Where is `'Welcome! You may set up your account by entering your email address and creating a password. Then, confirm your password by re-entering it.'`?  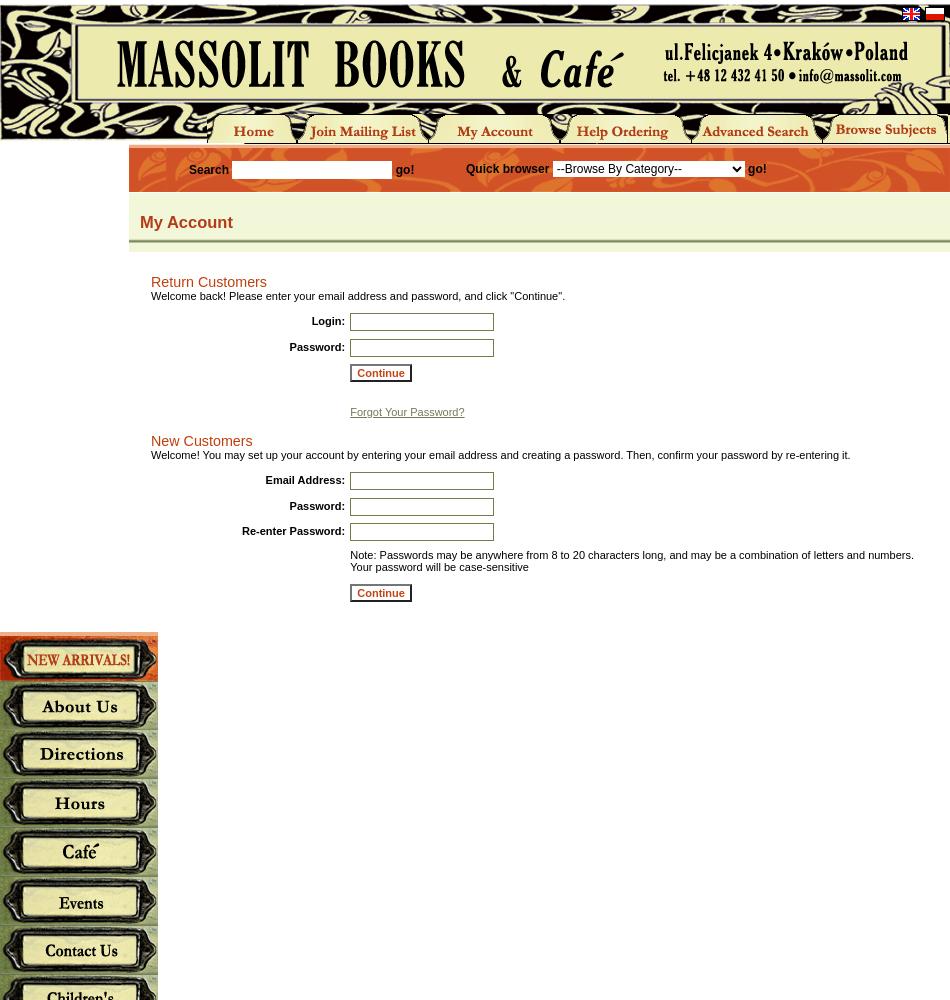 'Welcome! You may set up your account by entering your email address and creating a password. Then, confirm your password by re-entering it.' is located at coordinates (500, 454).